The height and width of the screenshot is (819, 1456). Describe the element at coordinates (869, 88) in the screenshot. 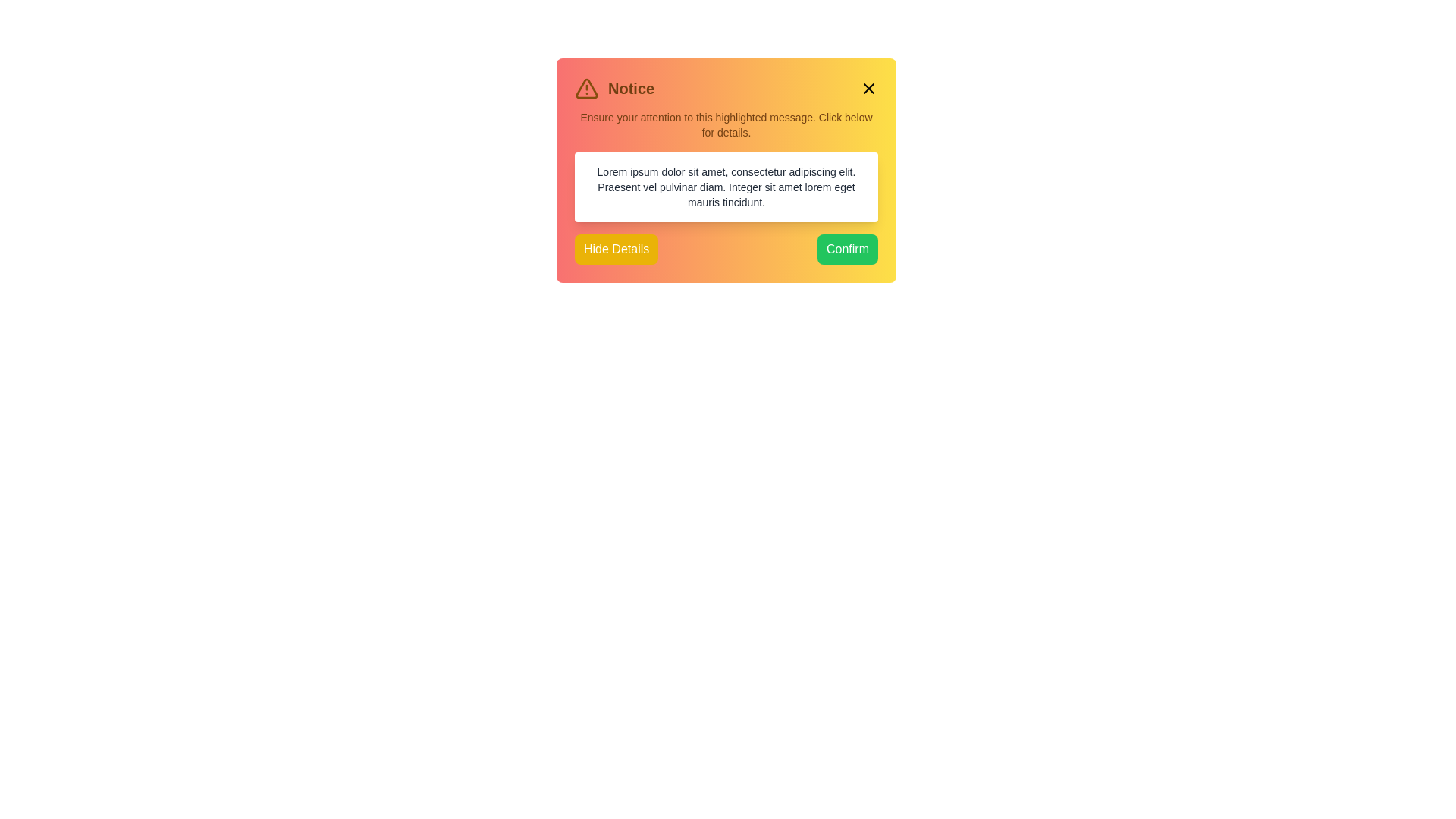

I see `close button (X) to dismiss the alert` at that location.